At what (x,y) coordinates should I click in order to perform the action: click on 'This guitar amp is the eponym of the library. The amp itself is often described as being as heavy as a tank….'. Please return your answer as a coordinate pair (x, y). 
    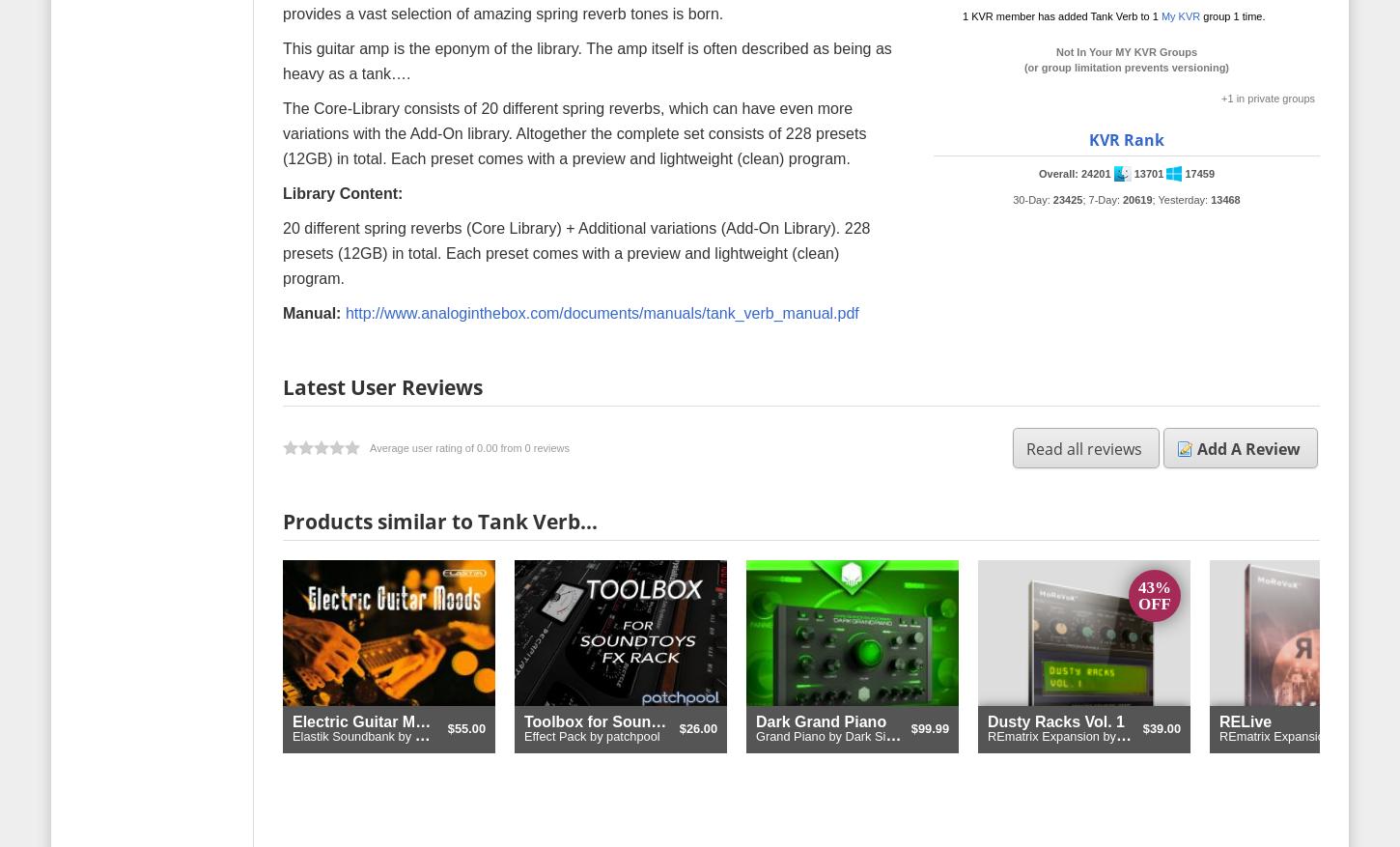
    Looking at the image, I should click on (283, 60).